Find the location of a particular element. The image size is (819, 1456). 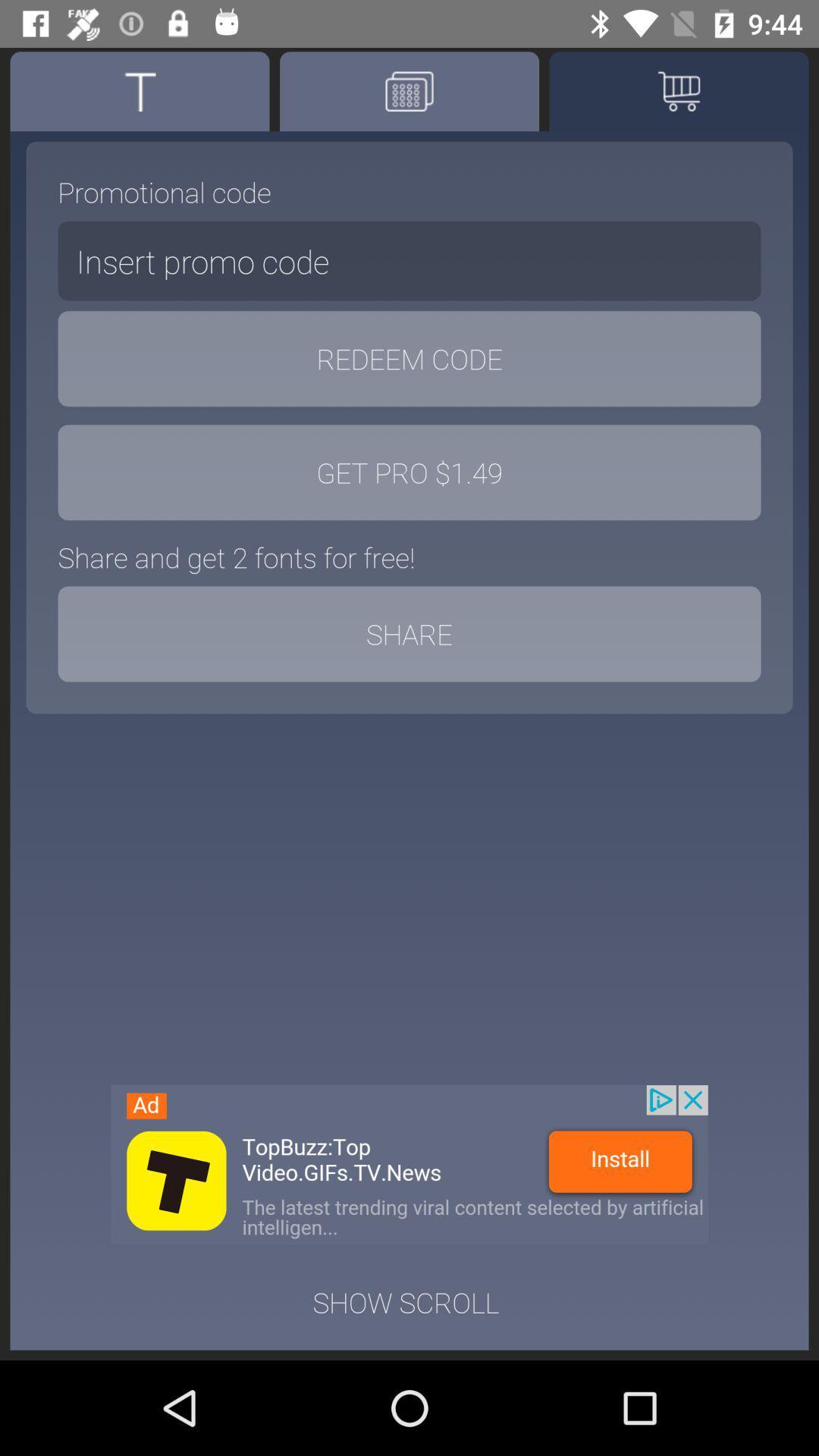

advertisement is located at coordinates (409, 1164).